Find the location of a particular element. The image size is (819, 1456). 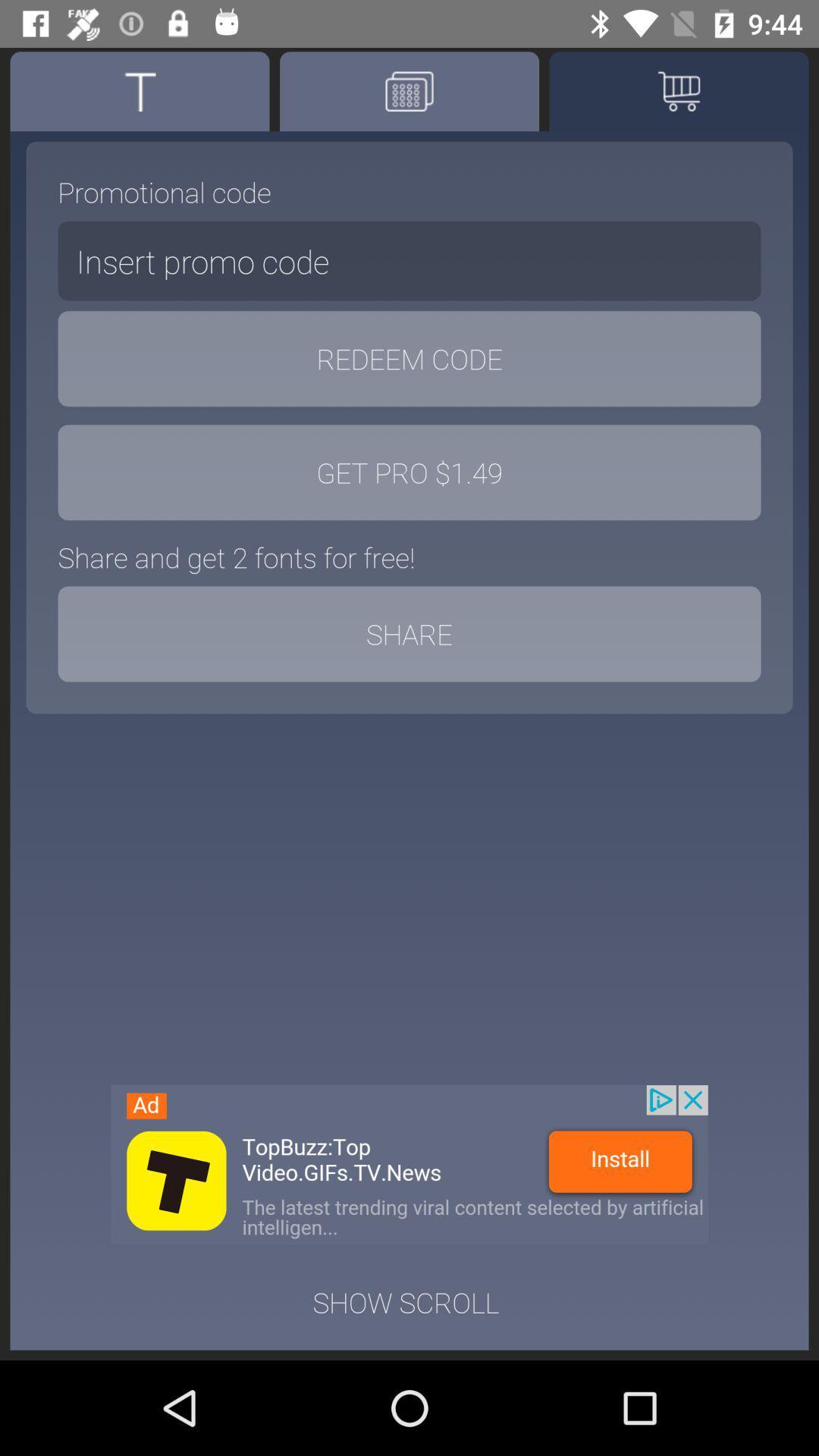

advertisement is located at coordinates (409, 1164).